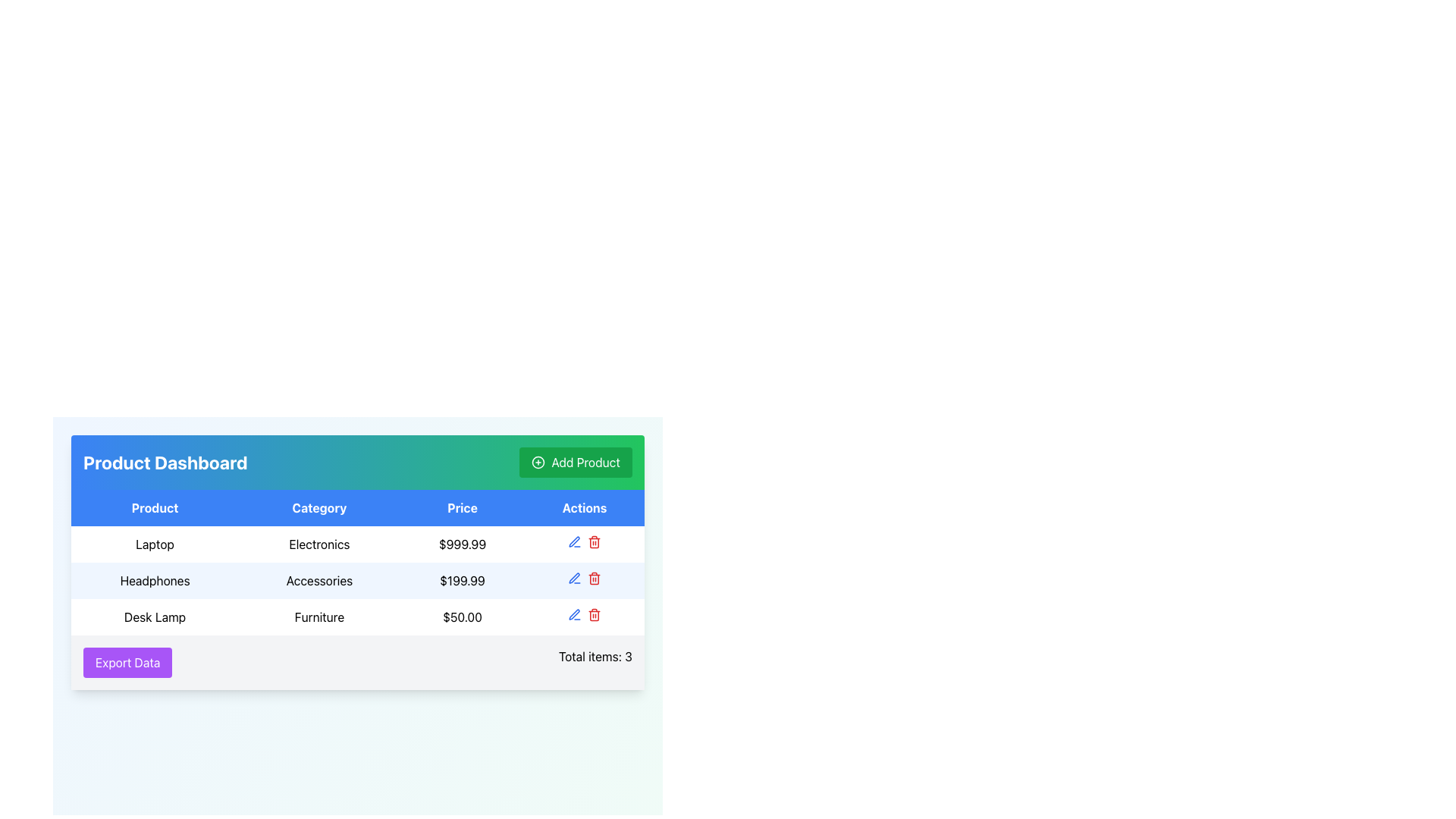 The height and width of the screenshot is (819, 1456). Describe the element at coordinates (318, 543) in the screenshot. I see `the 'Electronics' text element in the 'Category' column of the data table, which is horizontally aligned with the 'Laptop' entry` at that location.